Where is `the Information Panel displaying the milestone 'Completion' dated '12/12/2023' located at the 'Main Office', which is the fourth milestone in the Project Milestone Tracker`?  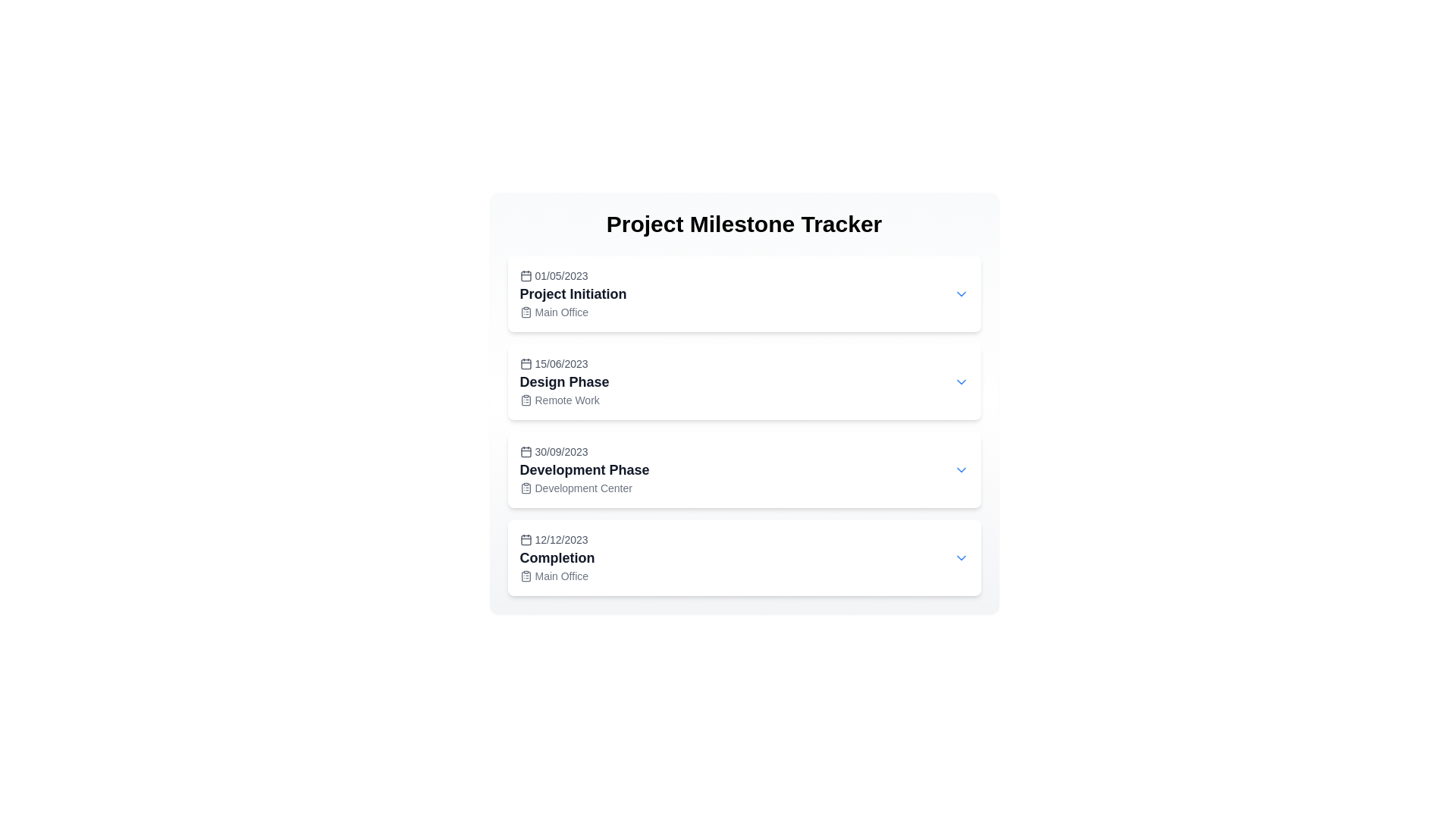
the Information Panel displaying the milestone 'Completion' dated '12/12/2023' located at the 'Main Office', which is the fourth milestone in the Project Milestone Tracker is located at coordinates (744, 558).